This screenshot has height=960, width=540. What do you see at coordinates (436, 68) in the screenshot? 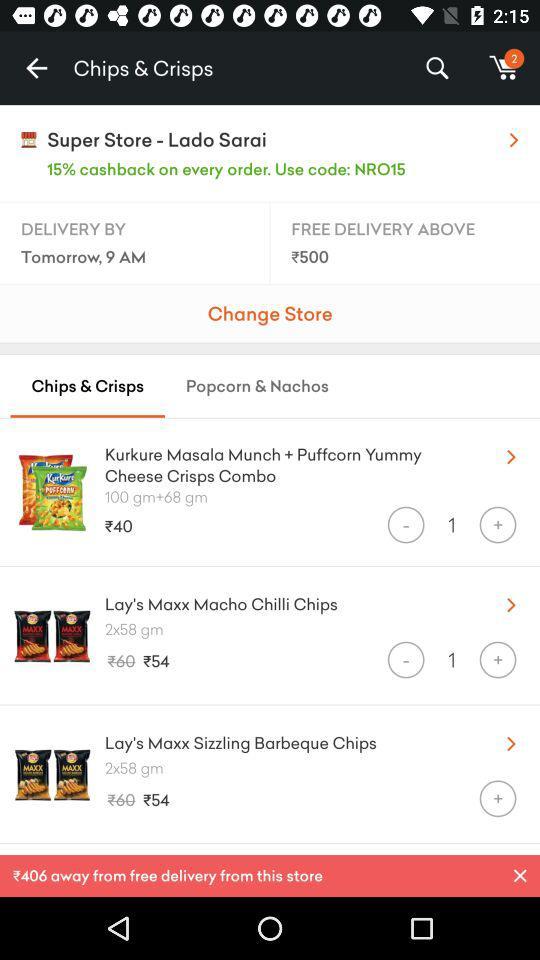
I see `item to the left of the m icon` at bounding box center [436, 68].